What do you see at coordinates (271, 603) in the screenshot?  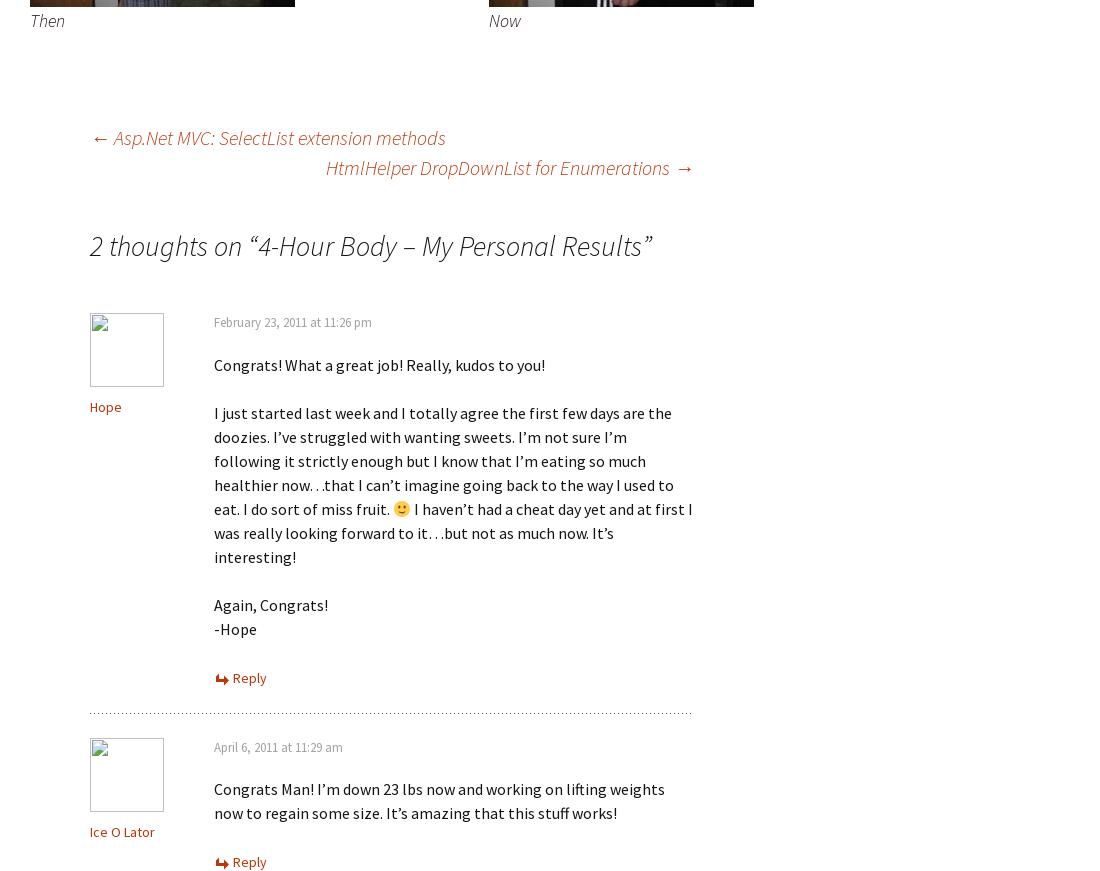 I see `'Again, Congrats!'` at bounding box center [271, 603].